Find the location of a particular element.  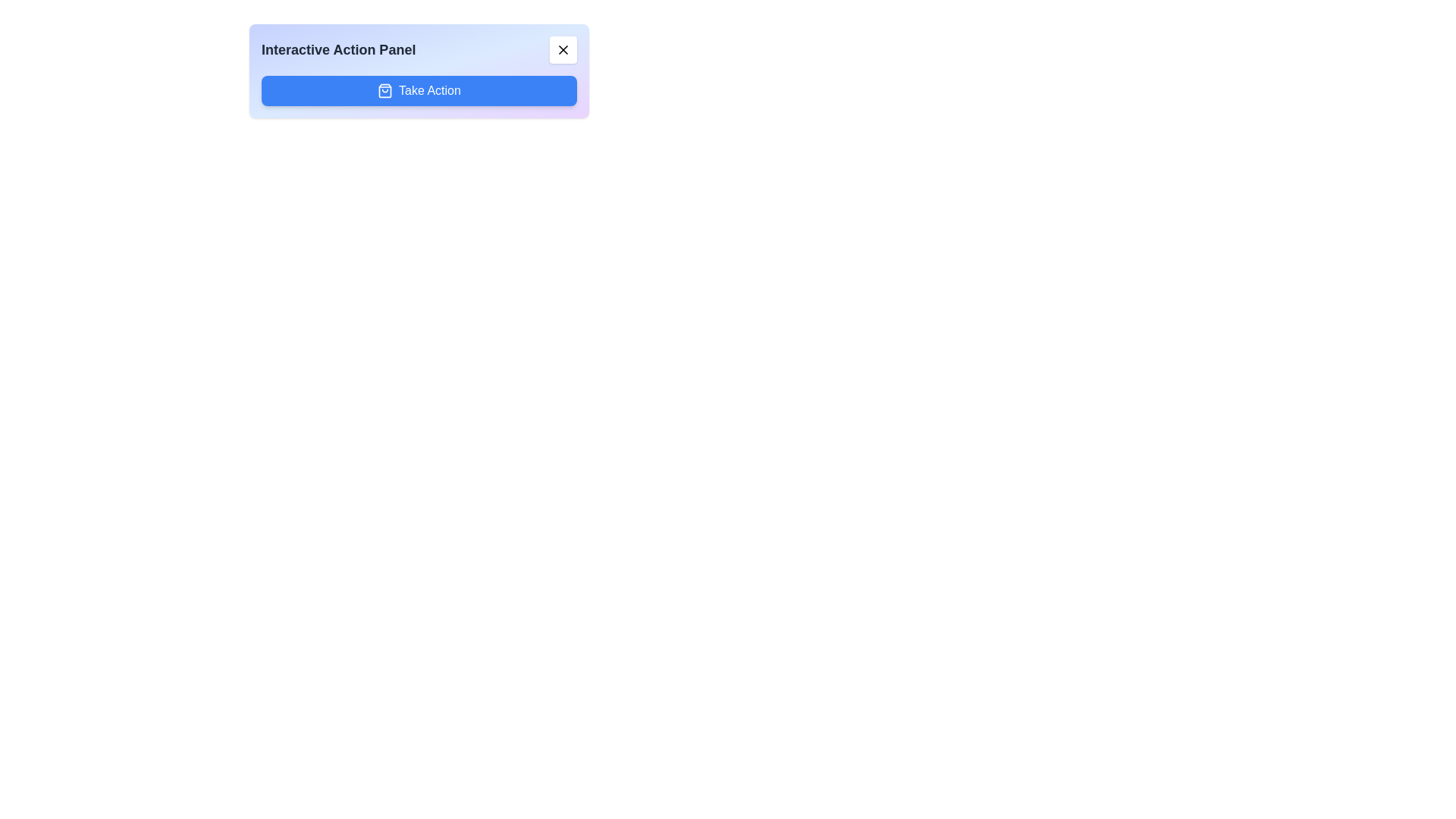

the shopping bag icon located at the start of the 'Take Action' button in the 'Interactive Action Panel' is located at coordinates (385, 90).